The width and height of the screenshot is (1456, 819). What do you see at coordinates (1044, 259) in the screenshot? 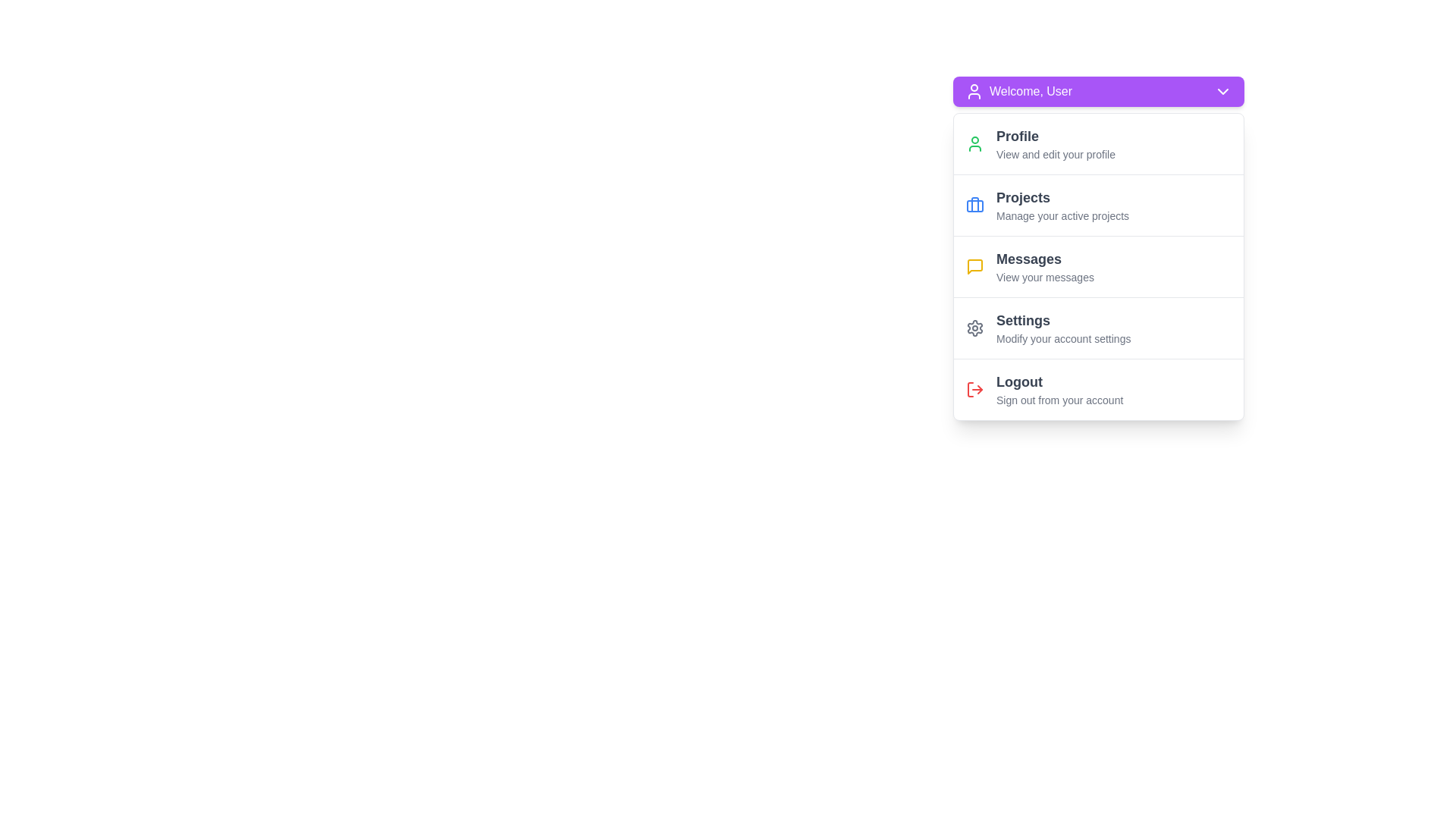
I see `the 'Messages' text label in the menu, which is the third item below the purple user profile bar and above the 'Settings' section` at bounding box center [1044, 259].